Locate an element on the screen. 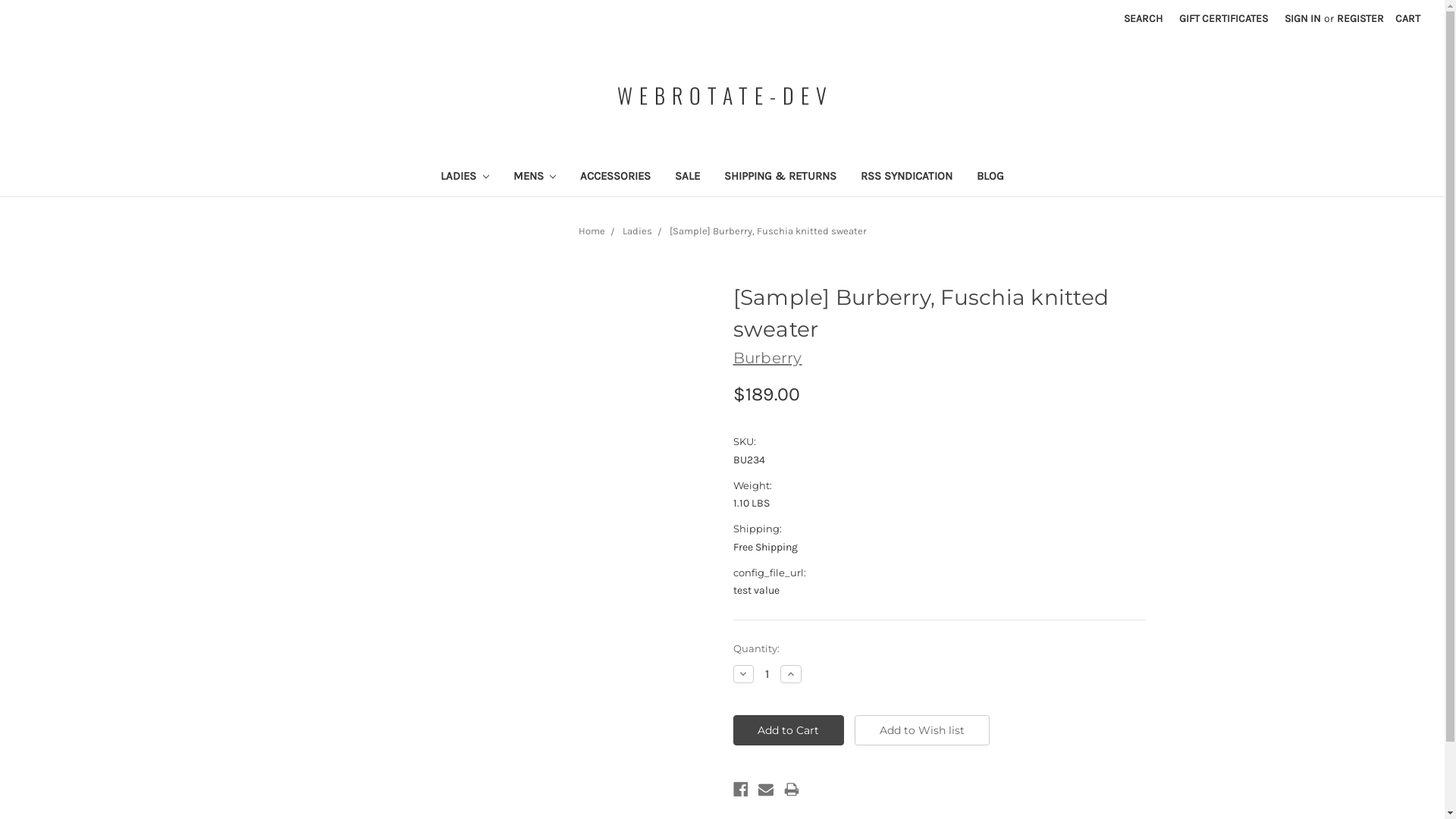 The image size is (1456, 819). 'SALE' is located at coordinates (662, 177).